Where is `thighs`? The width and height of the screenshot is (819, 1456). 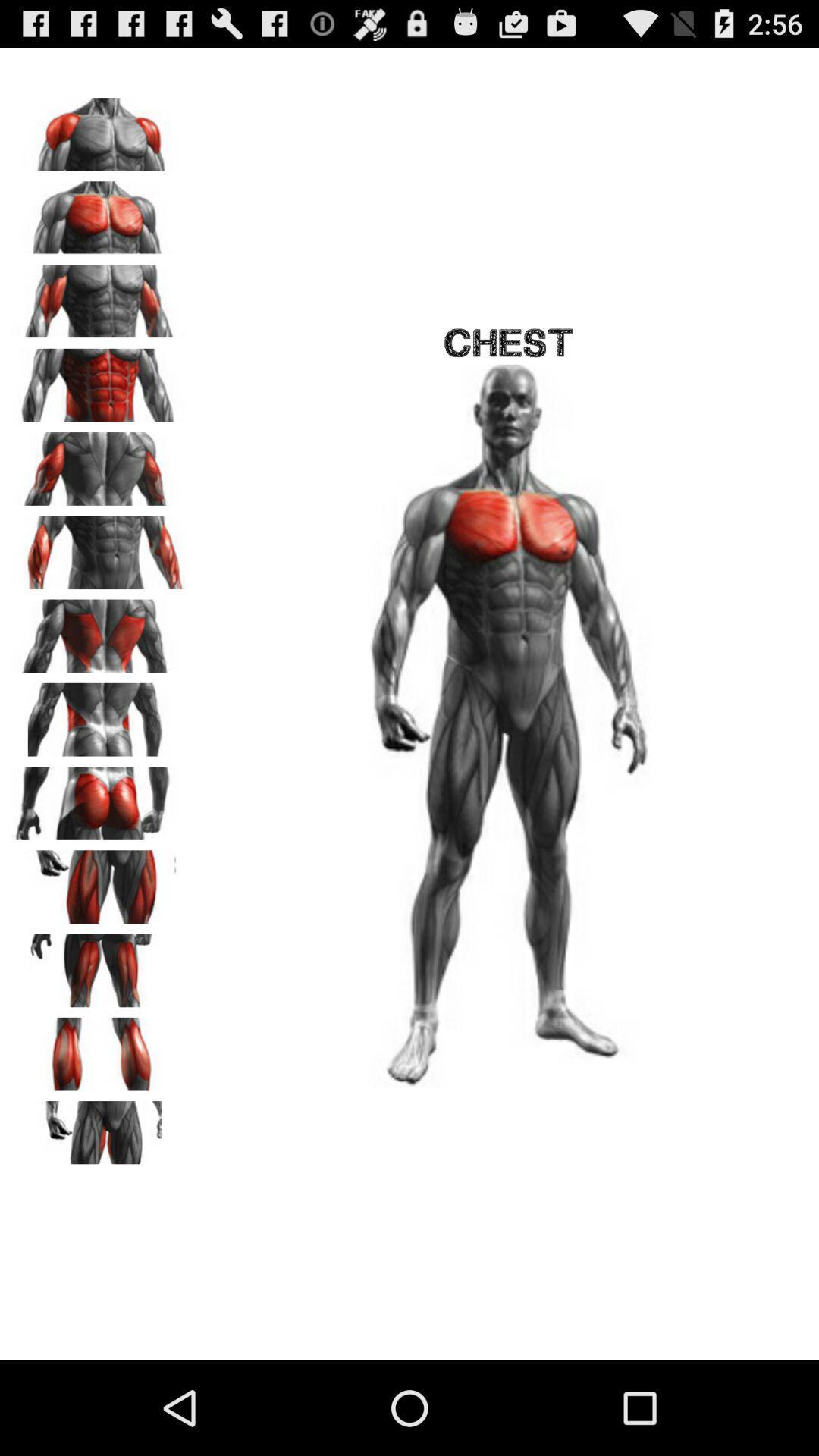
thighs is located at coordinates (99, 881).